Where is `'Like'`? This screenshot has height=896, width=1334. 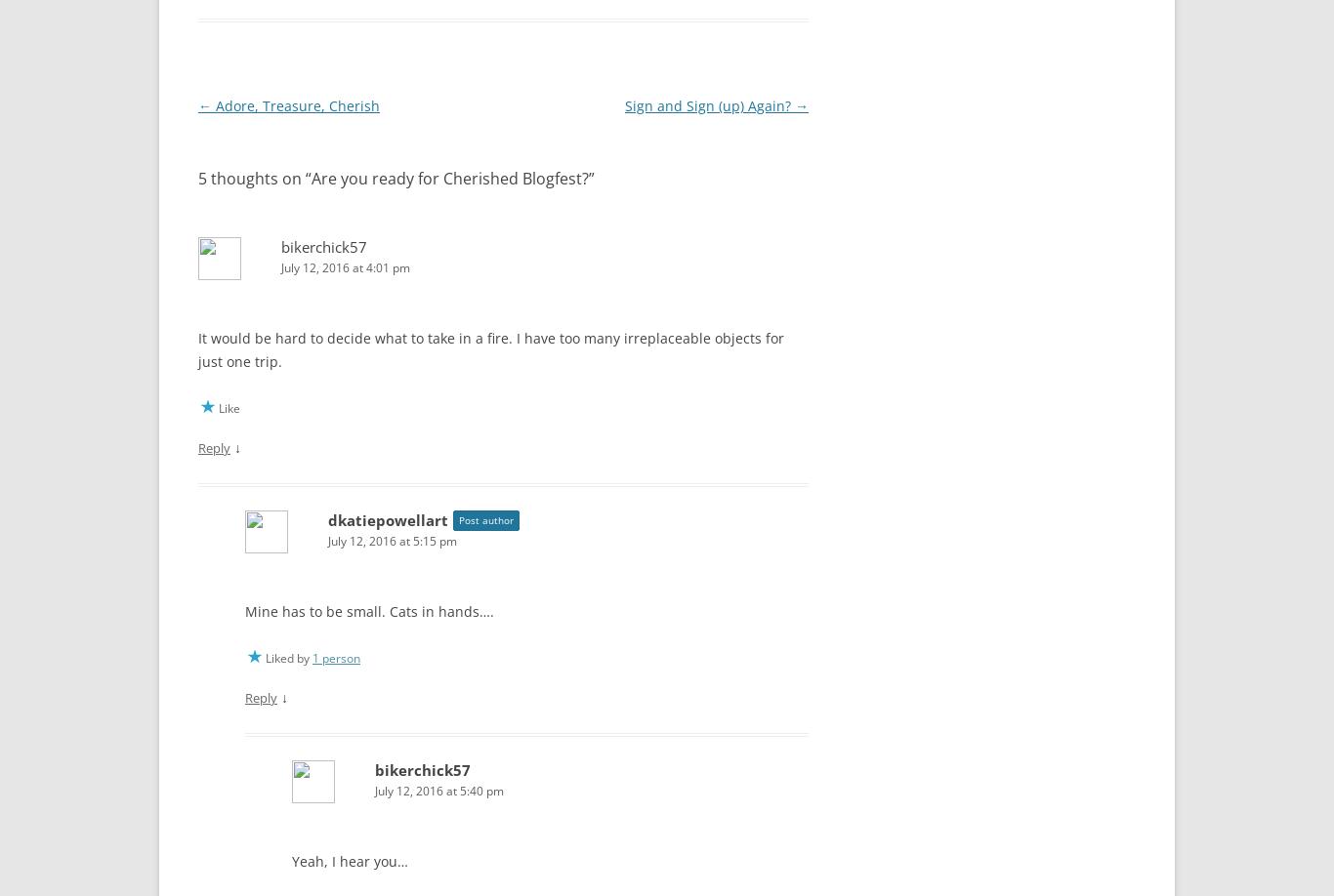
'Like' is located at coordinates (229, 402).